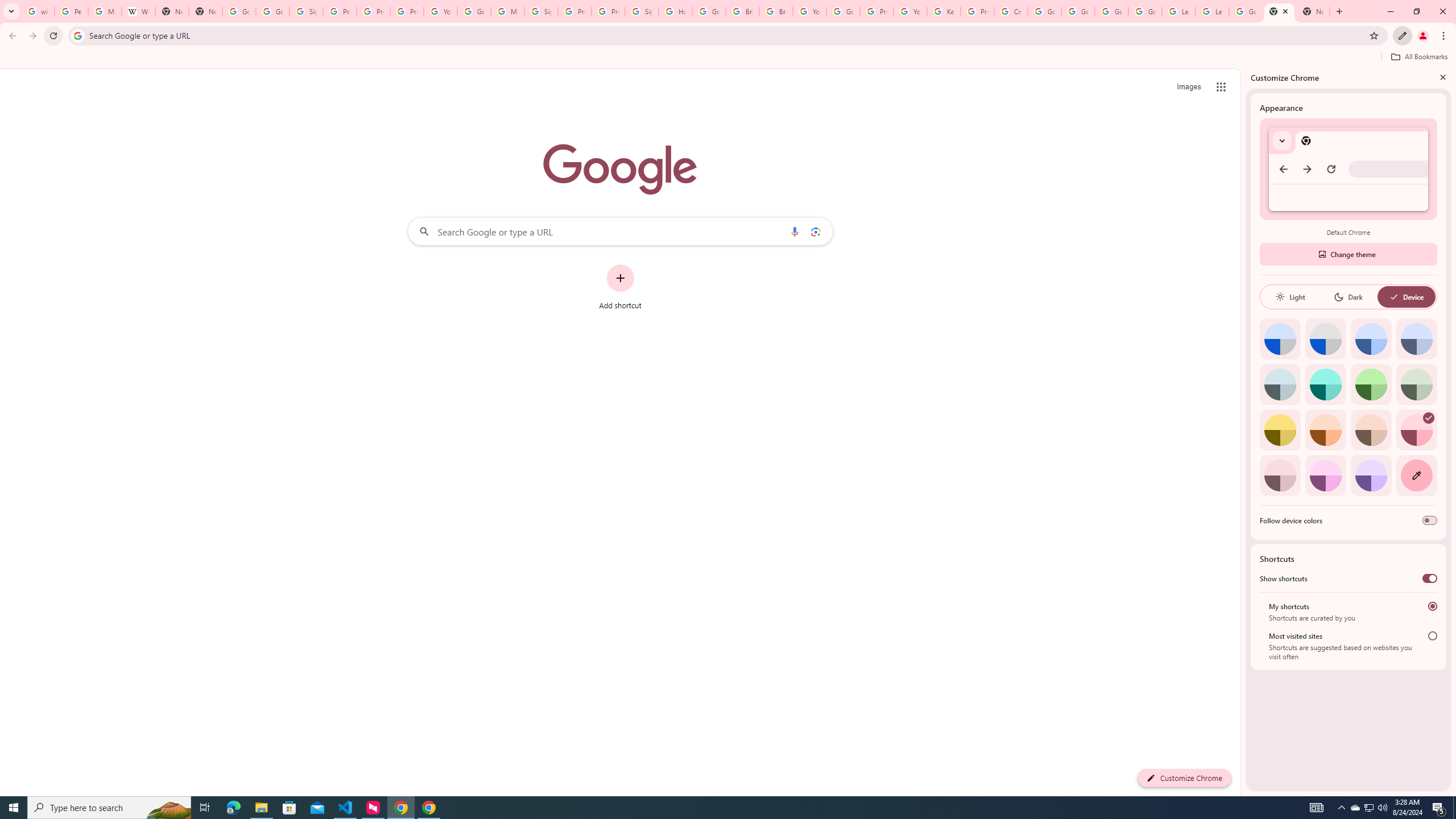 The height and width of the screenshot is (819, 1456). I want to click on 'Most visited sites', so click(1433, 636).